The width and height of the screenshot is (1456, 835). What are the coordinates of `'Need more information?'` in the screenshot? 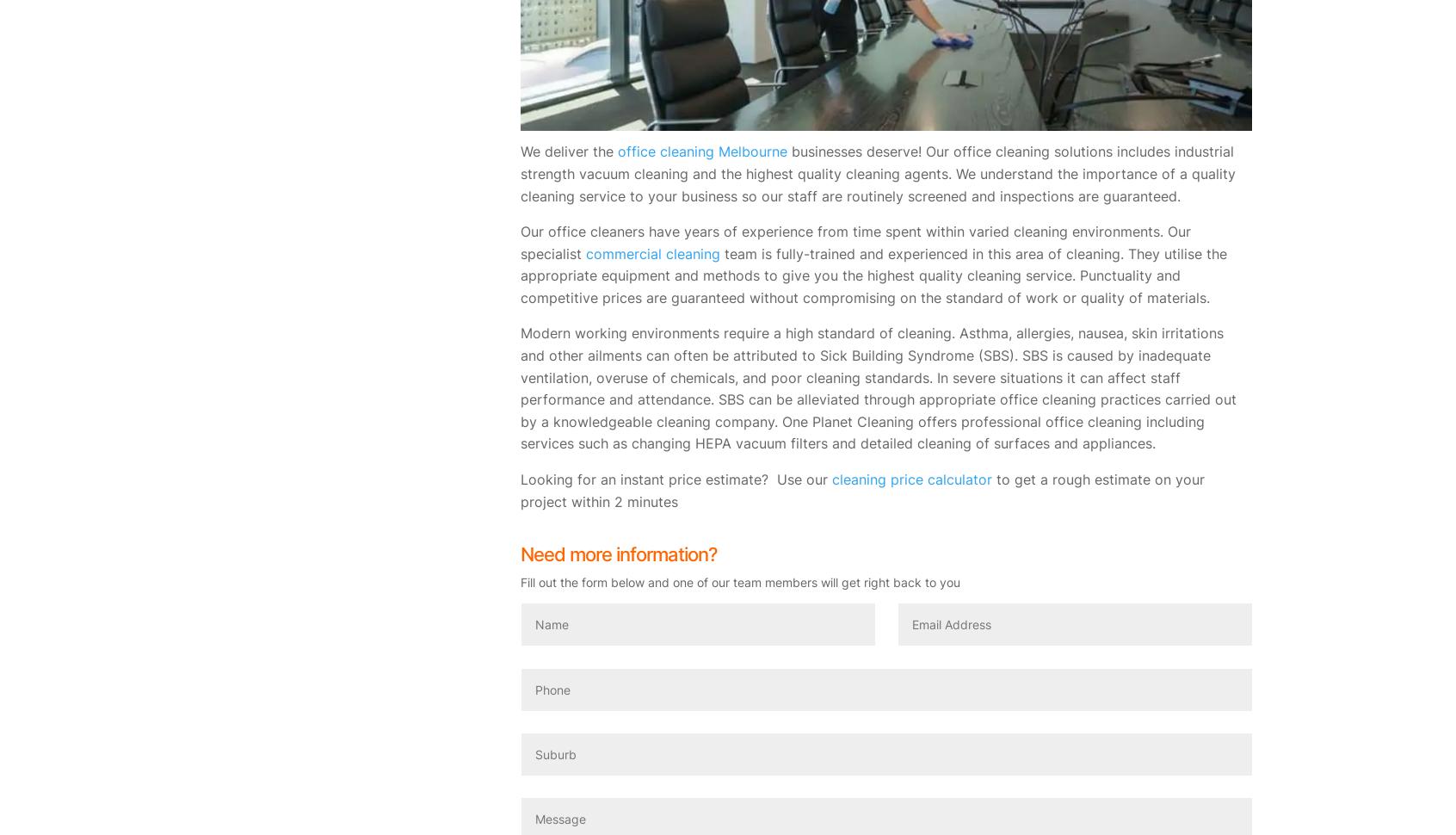 It's located at (618, 553).